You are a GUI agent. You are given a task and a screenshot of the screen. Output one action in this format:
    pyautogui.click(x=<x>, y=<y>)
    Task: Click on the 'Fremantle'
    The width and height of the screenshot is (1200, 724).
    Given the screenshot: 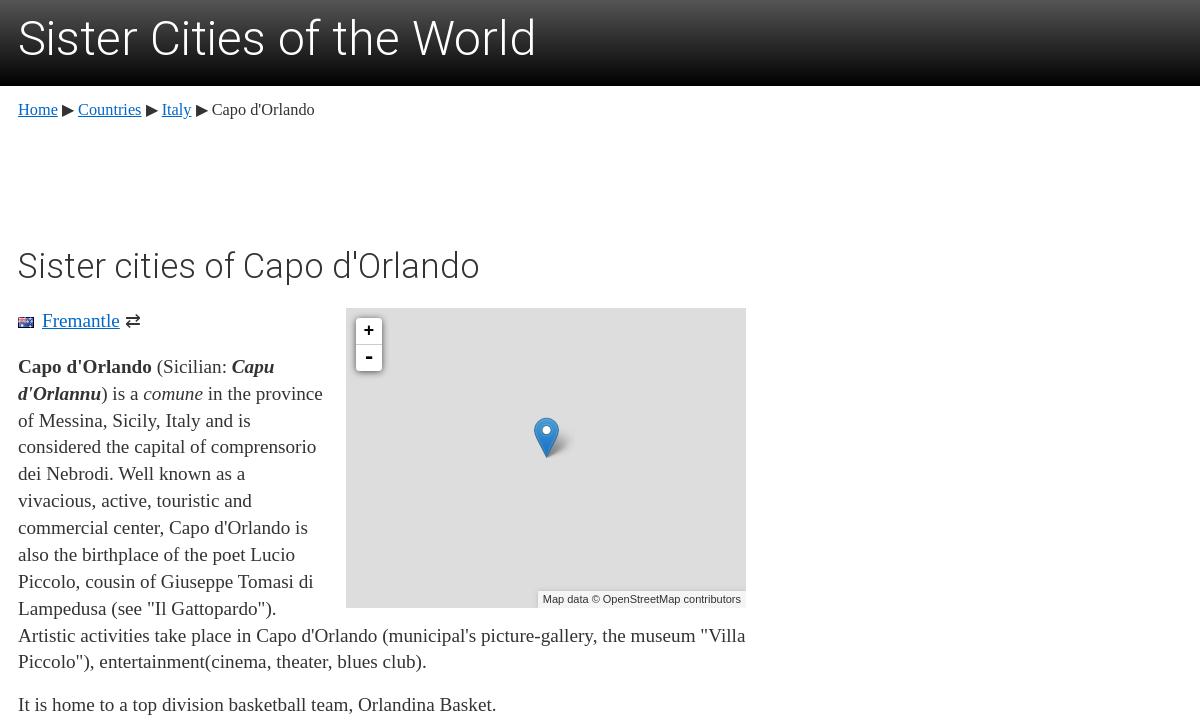 What is the action you would take?
    pyautogui.click(x=80, y=318)
    